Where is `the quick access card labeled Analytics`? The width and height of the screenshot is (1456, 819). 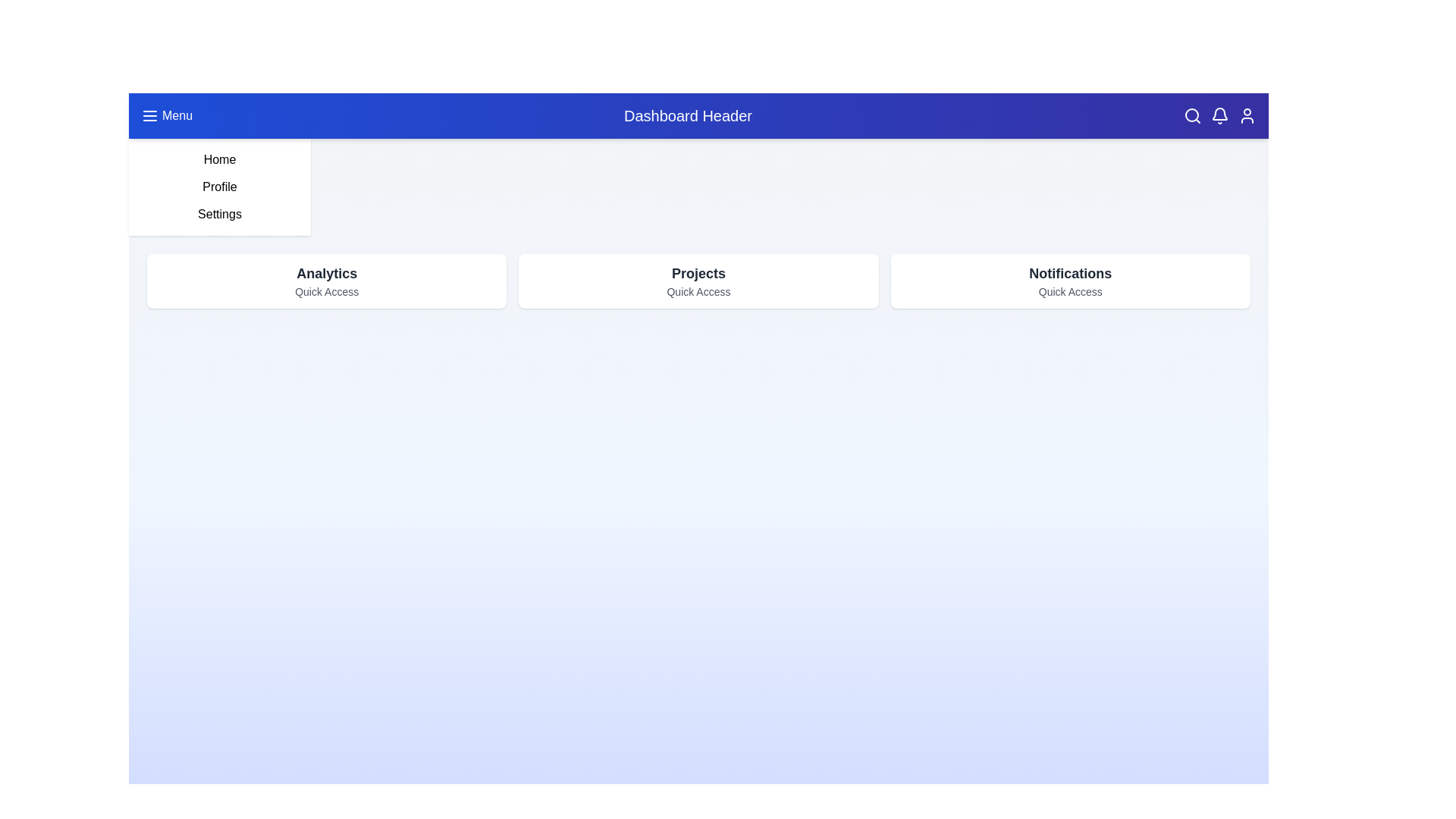 the quick access card labeled Analytics is located at coordinates (326, 281).